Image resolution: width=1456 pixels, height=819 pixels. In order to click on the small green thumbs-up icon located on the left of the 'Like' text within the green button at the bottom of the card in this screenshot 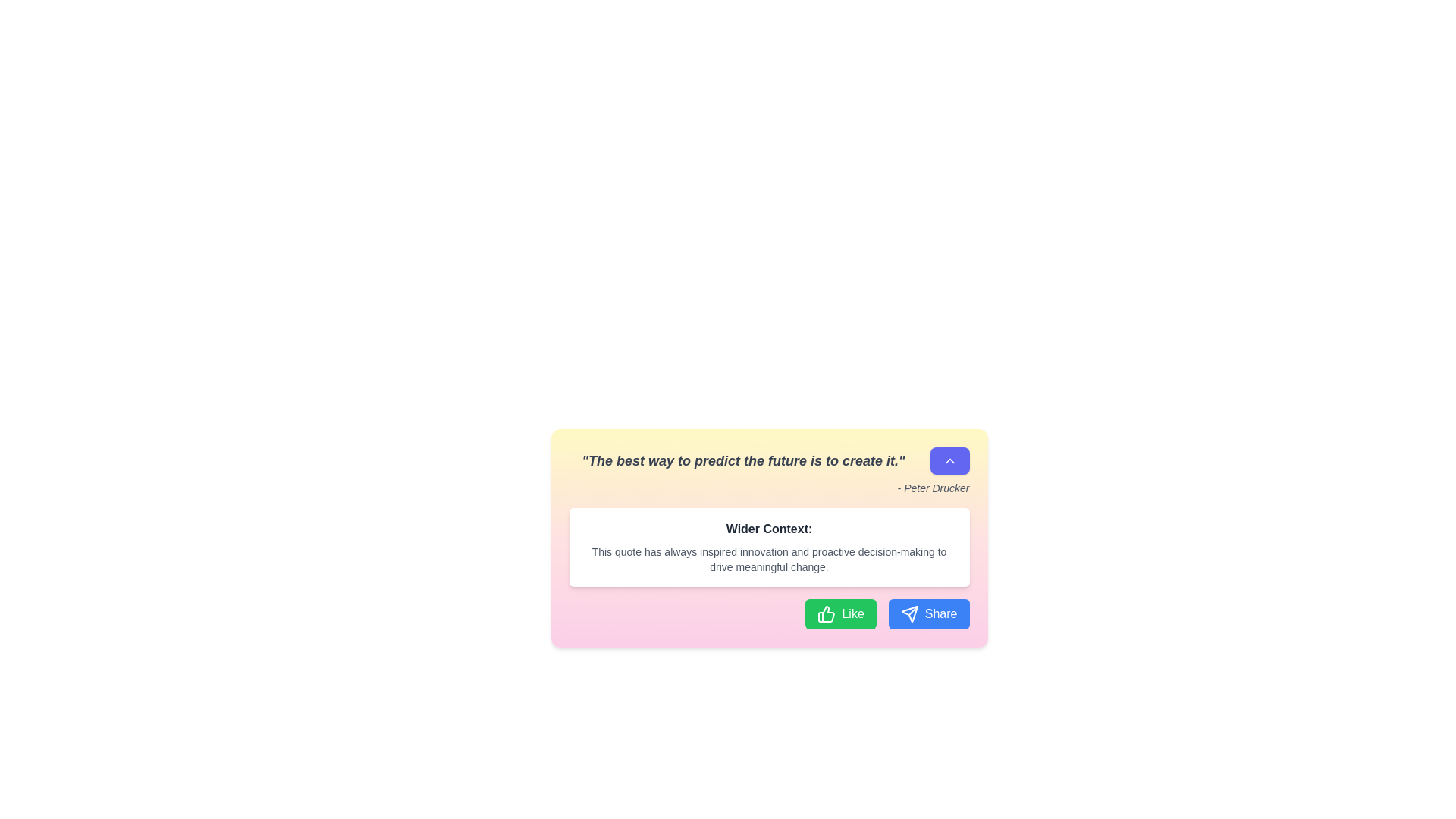, I will do `click(826, 614)`.